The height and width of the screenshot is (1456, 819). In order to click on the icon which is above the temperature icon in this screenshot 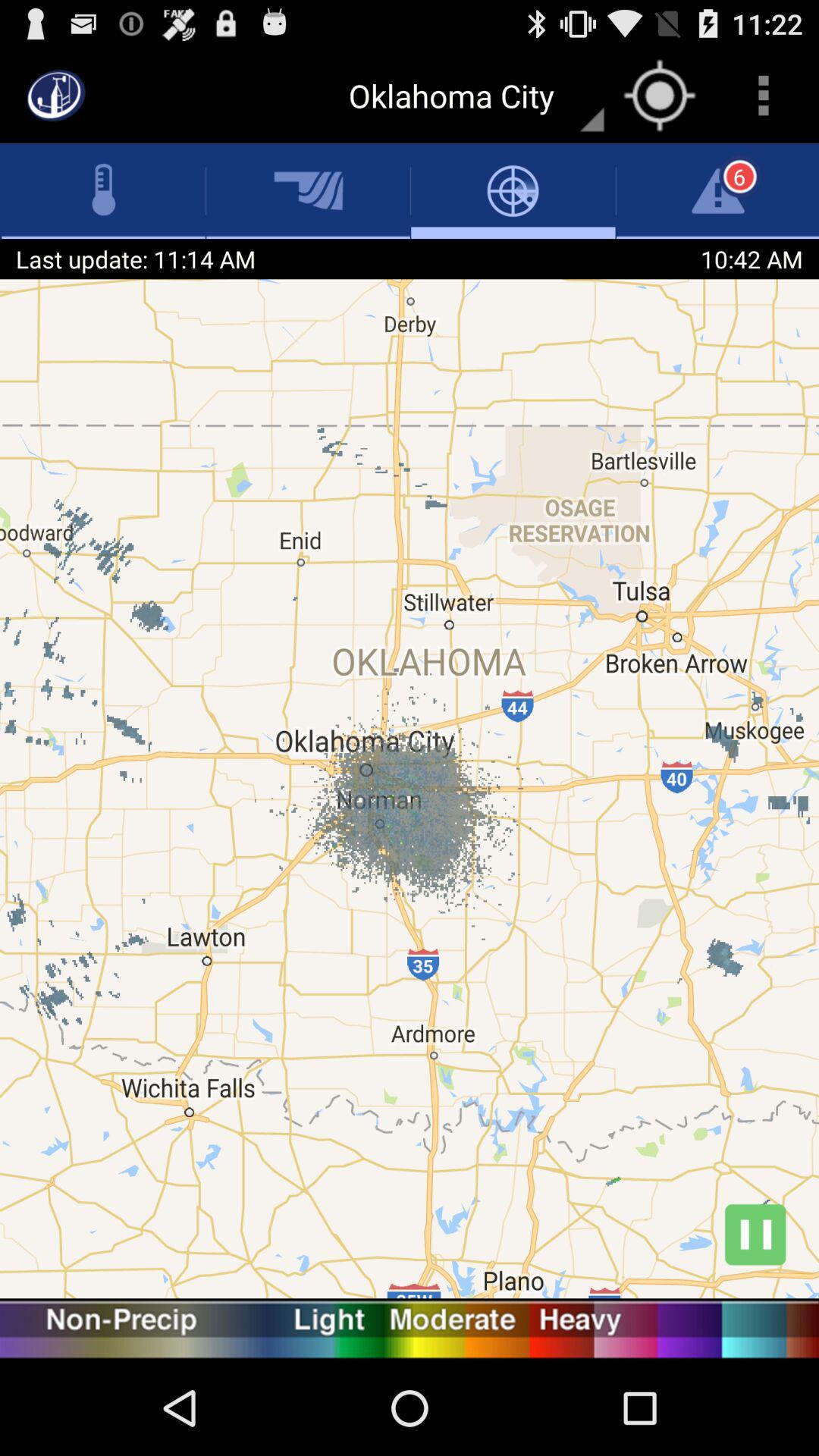, I will do `click(55, 94)`.